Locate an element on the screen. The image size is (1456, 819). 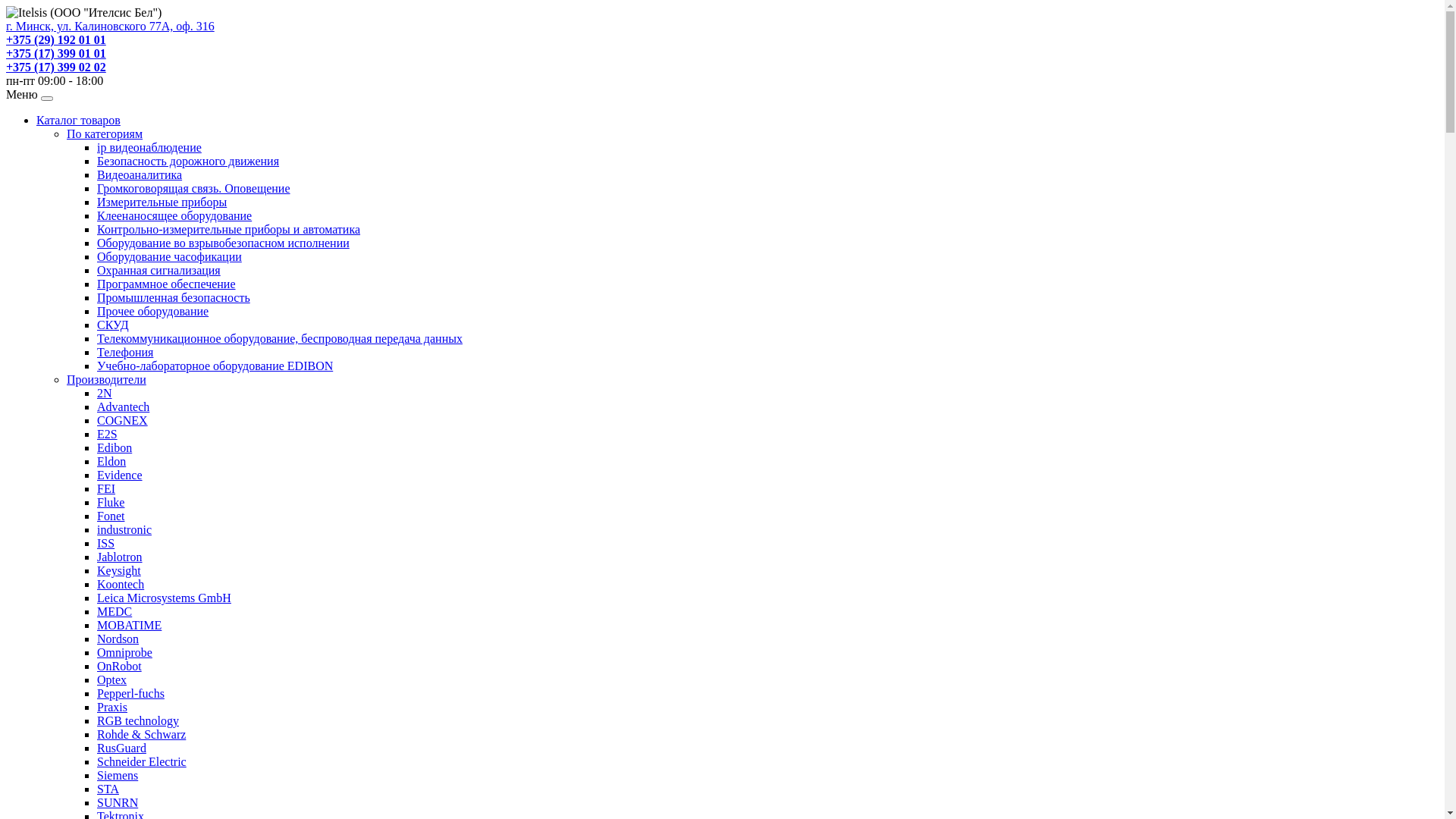
'Jablotron' is located at coordinates (119, 557).